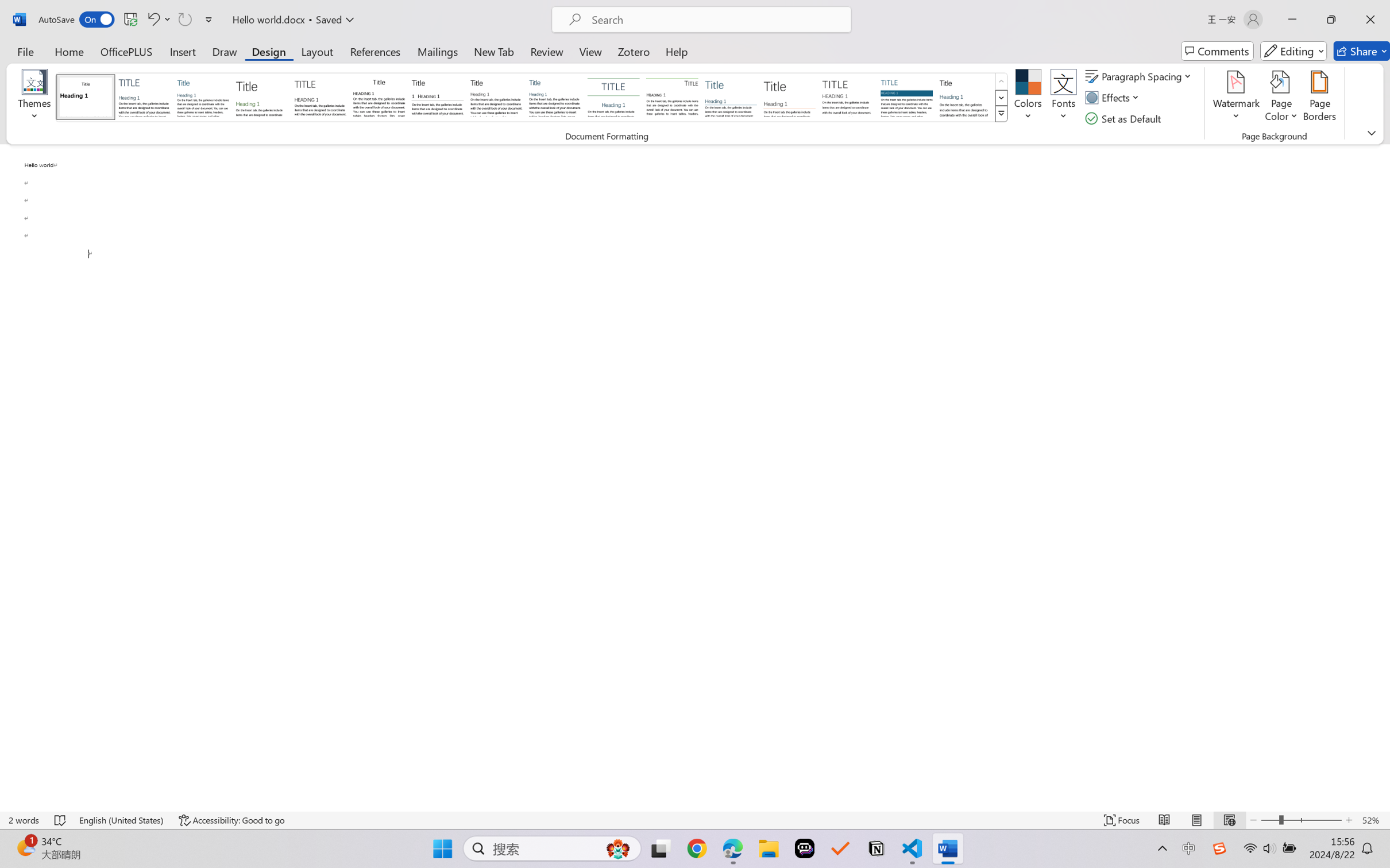  What do you see at coordinates (1028, 98) in the screenshot?
I see `'Colors'` at bounding box center [1028, 98].